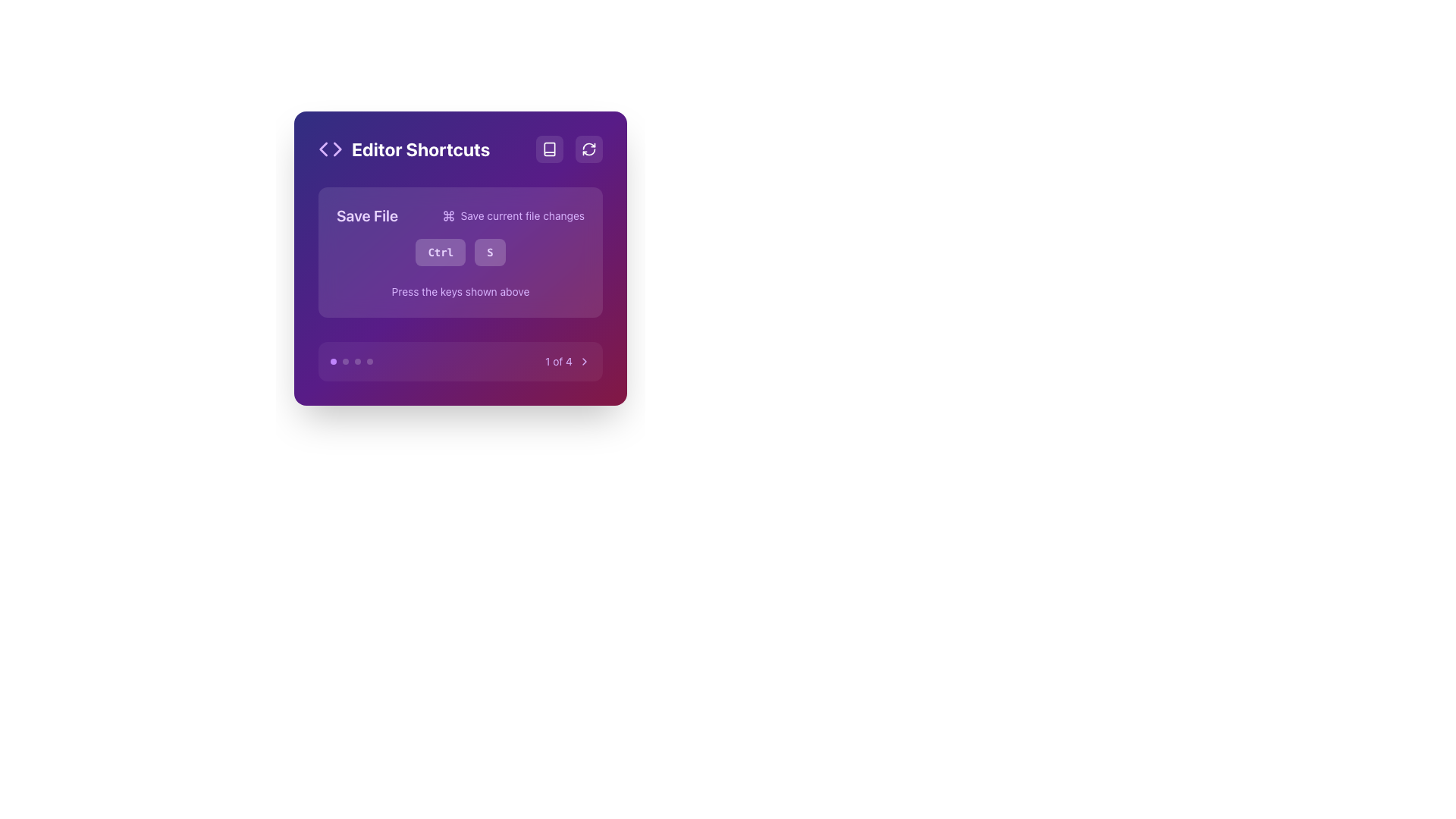 Image resolution: width=1456 pixels, height=819 pixels. What do you see at coordinates (322, 149) in the screenshot?
I see `the left triangular part of the double-chevron icon located on the left side of the 'Editor Shortcuts' header bar` at bounding box center [322, 149].